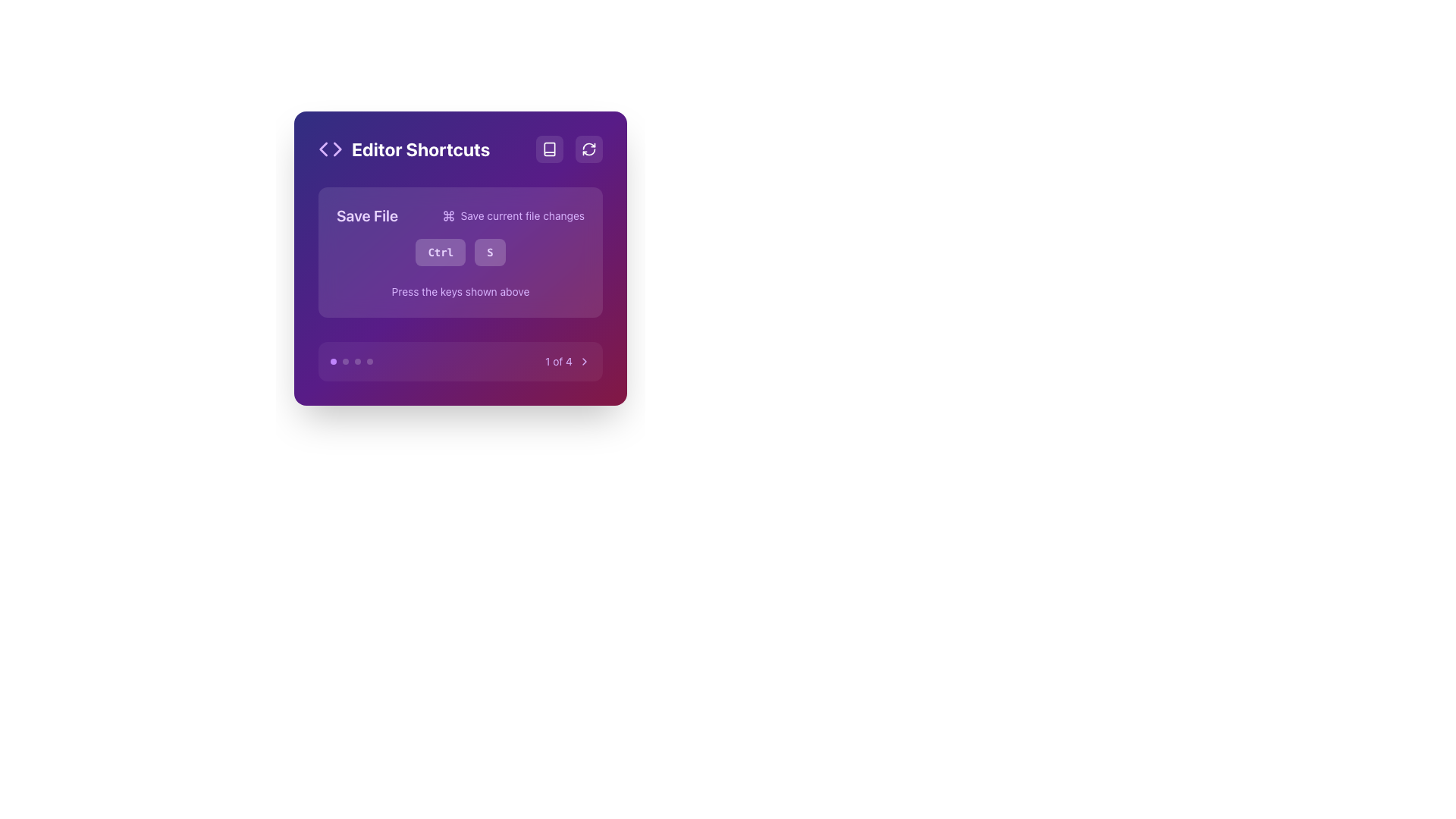 Image resolution: width=1456 pixels, height=819 pixels. What do you see at coordinates (322, 149) in the screenshot?
I see `the left triangular part of the double-chevron icon located on the left side of the 'Editor Shortcuts' header bar` at bounding box center [322, 149].